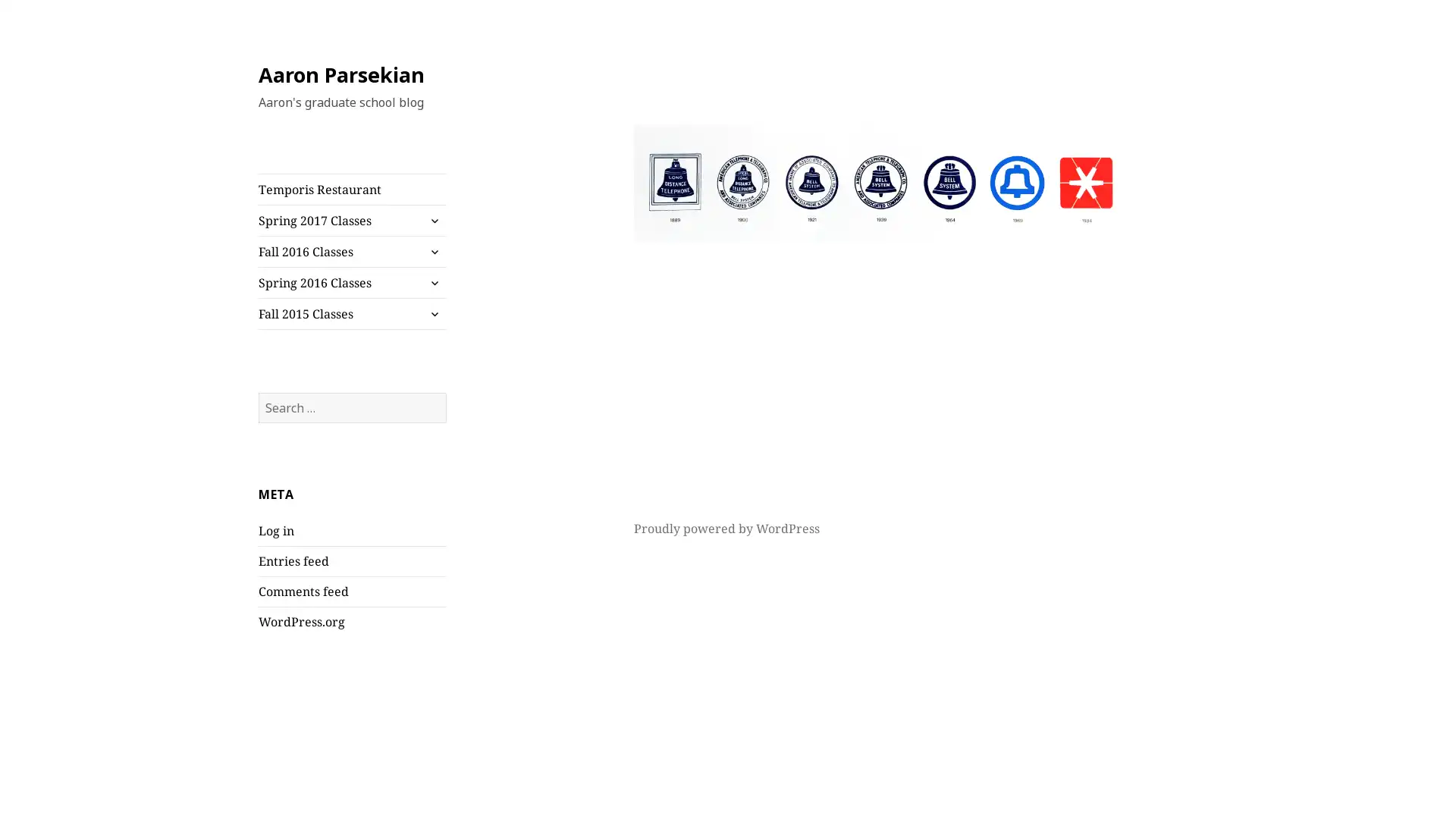  What do you see at coordinates (432, 283) in the screenshot?
I see `expand child menu` at bounding box center [432, 283].